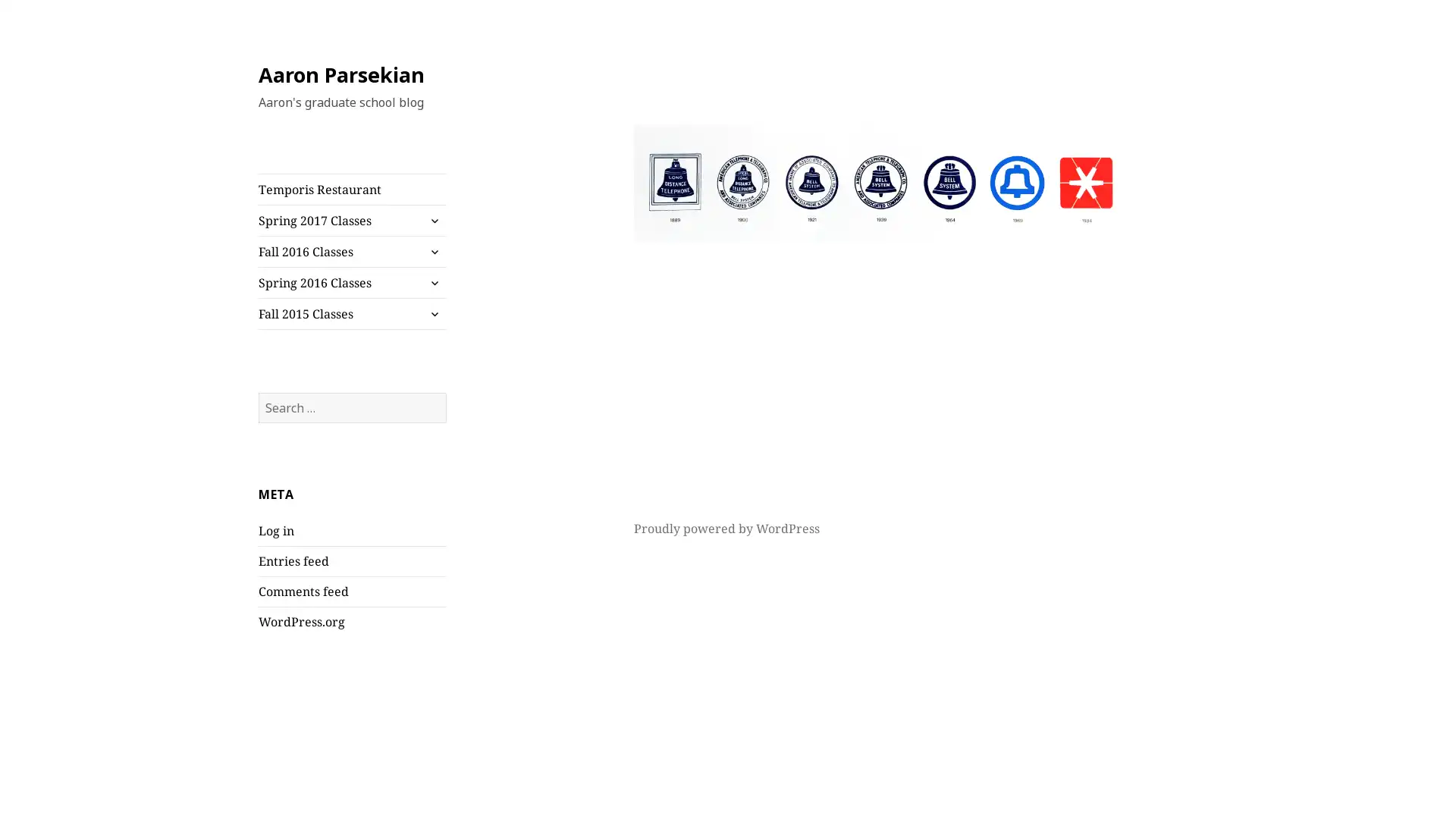  What do you see at coordinates (432, 283) in the screenshot?
I see `expand child menu` at bounding box center [432, 283].